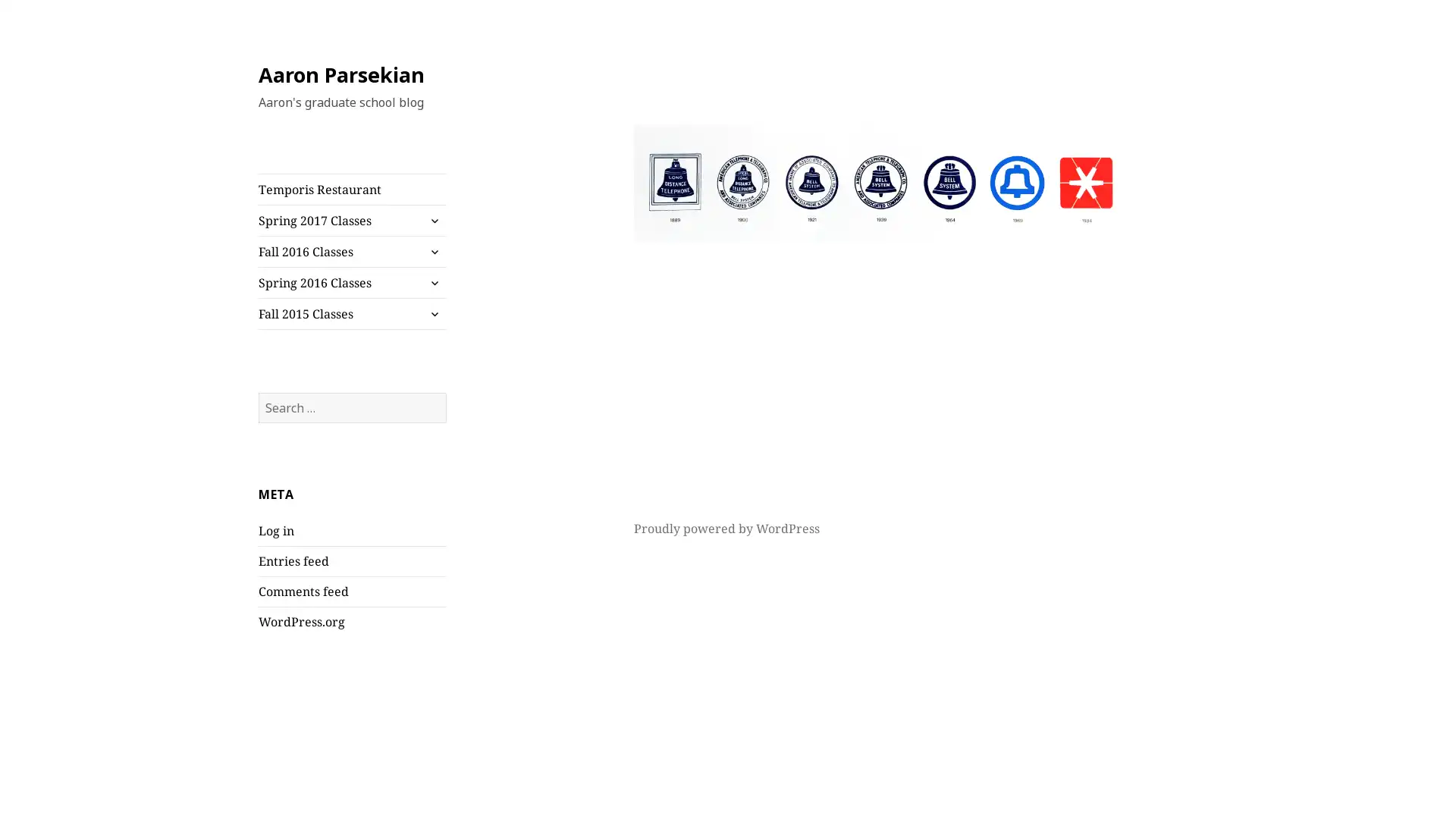  What do you see at coordinates (432, 283) in the screenshot?
I see `expand child menu` at bounding box center [432, 283].